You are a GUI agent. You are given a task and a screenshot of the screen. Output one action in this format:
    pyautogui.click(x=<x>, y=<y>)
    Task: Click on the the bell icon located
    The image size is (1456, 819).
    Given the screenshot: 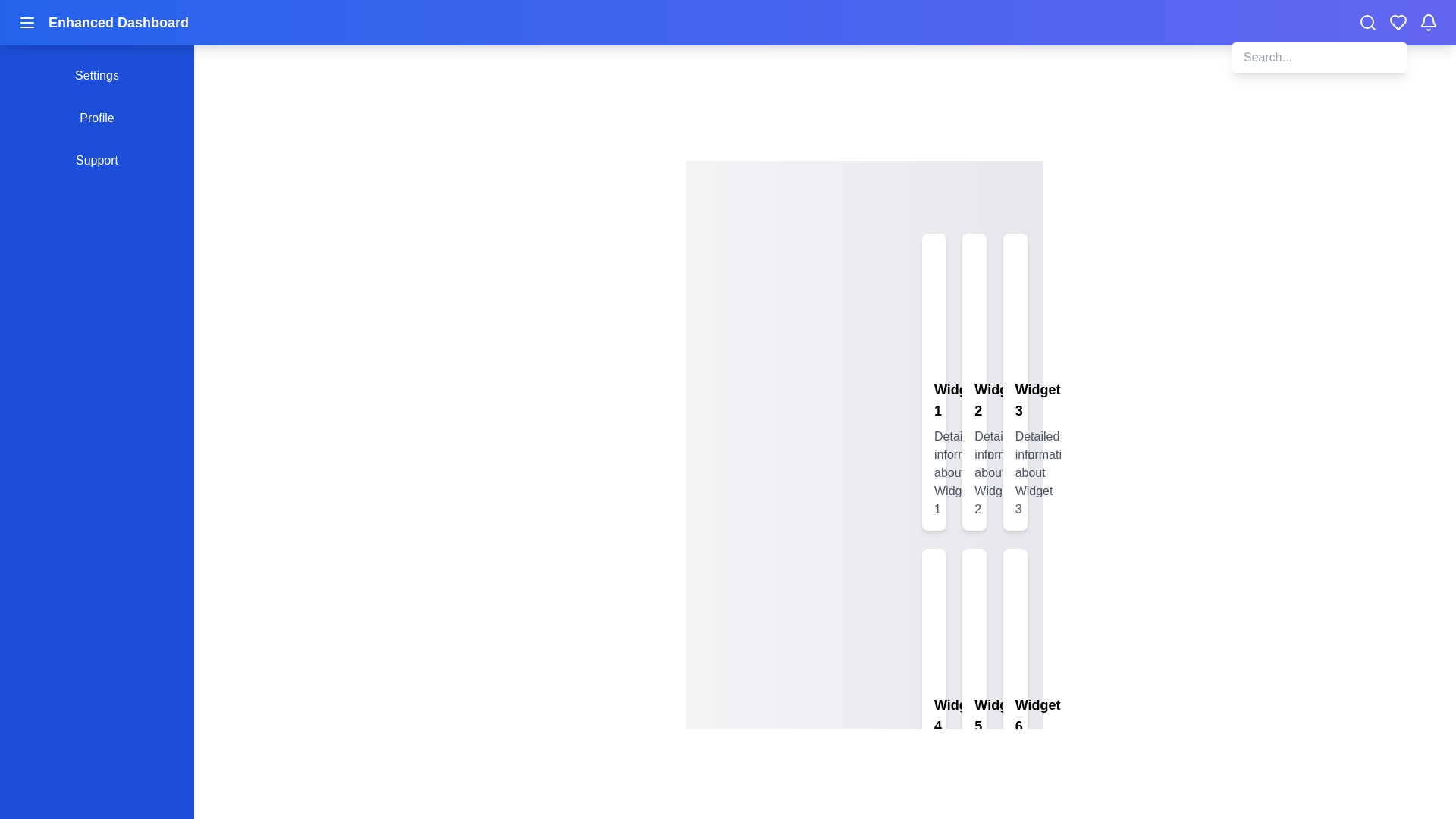 What is the action you would take?
    pyautogui.click(x=1427, y=23)
    